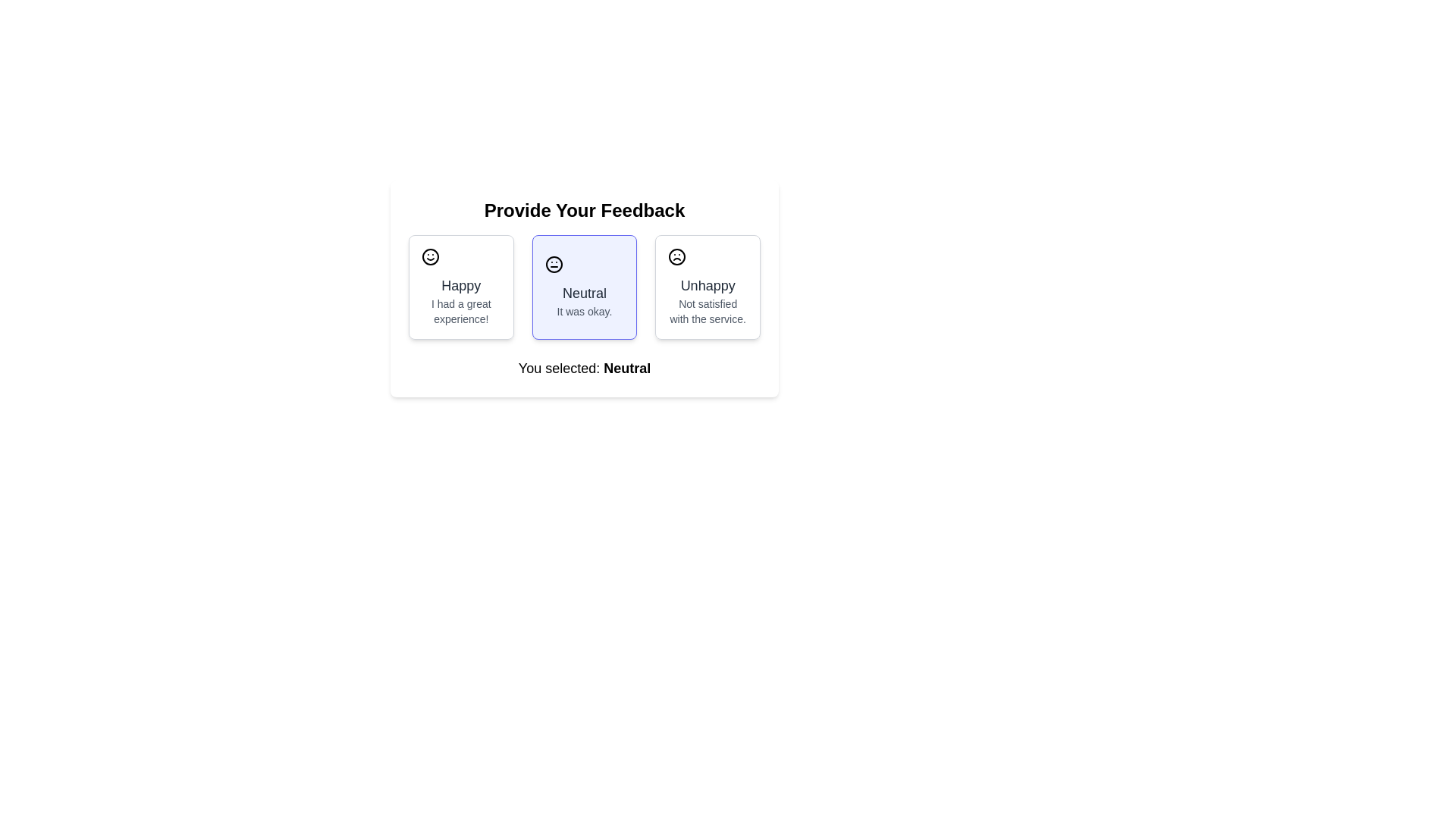 The height and width of the screenshot is (819, 1456). What do you see at coordinates (707, 286) in the screenshot?
I see `the 'Unhappy' feedback option text label, which is located within a feedback card and is the lower text element directly below the associated icon representation` at bounding box center [707, 286].